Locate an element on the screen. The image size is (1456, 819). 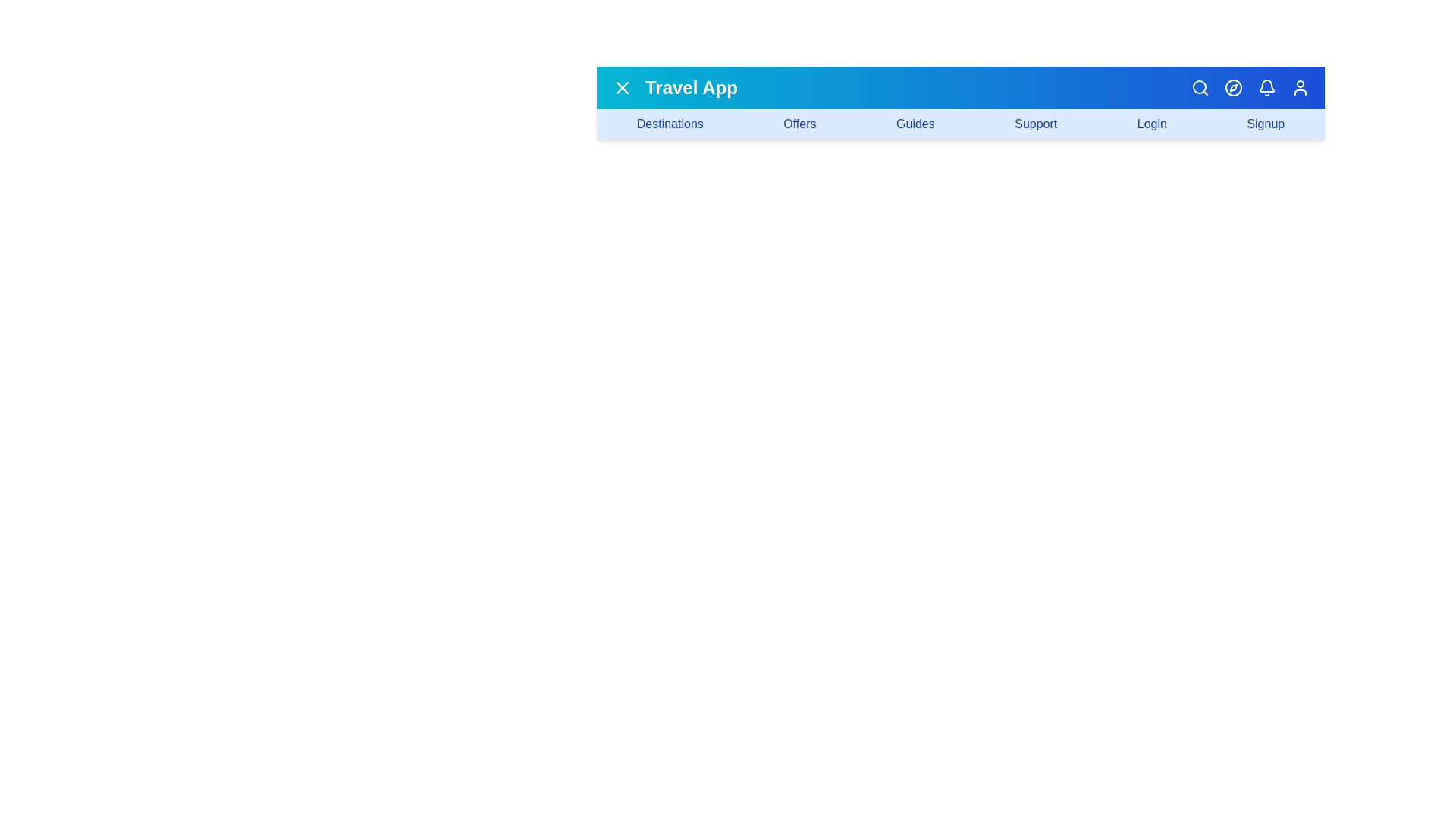
the navigation link labeled 'Support' is located at coordinates (1035, 124).